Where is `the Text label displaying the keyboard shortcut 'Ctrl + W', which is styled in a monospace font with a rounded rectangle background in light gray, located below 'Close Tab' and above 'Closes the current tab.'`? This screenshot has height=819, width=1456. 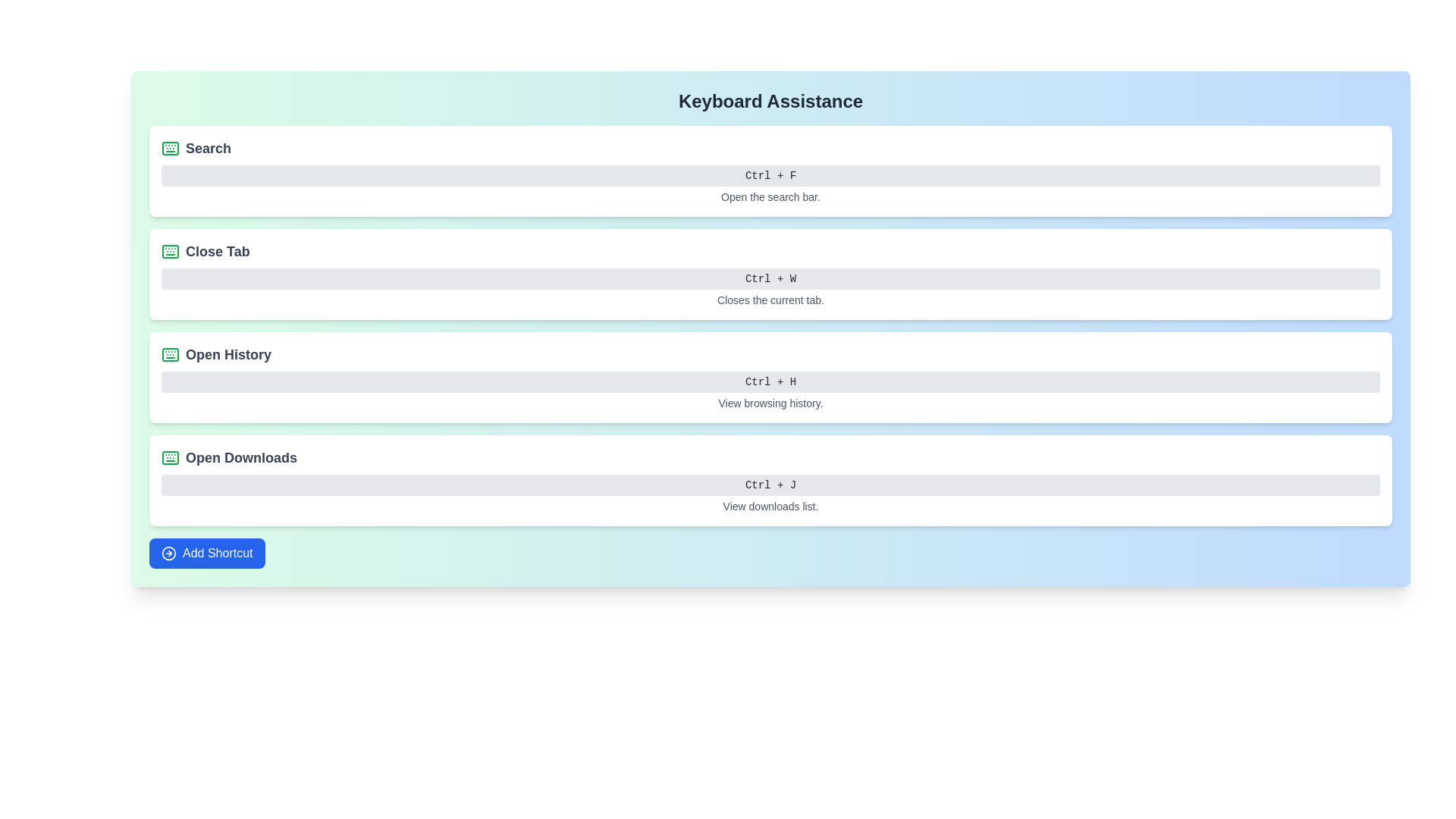 the Text label displaying the keyboard shortcut 'Ctrl + W', which is styled in a monospace font with a rounded rectangle background in light gray, located below 'Close Tab' and above 'Closes the current tab.' is located at coordinates (770, 278).